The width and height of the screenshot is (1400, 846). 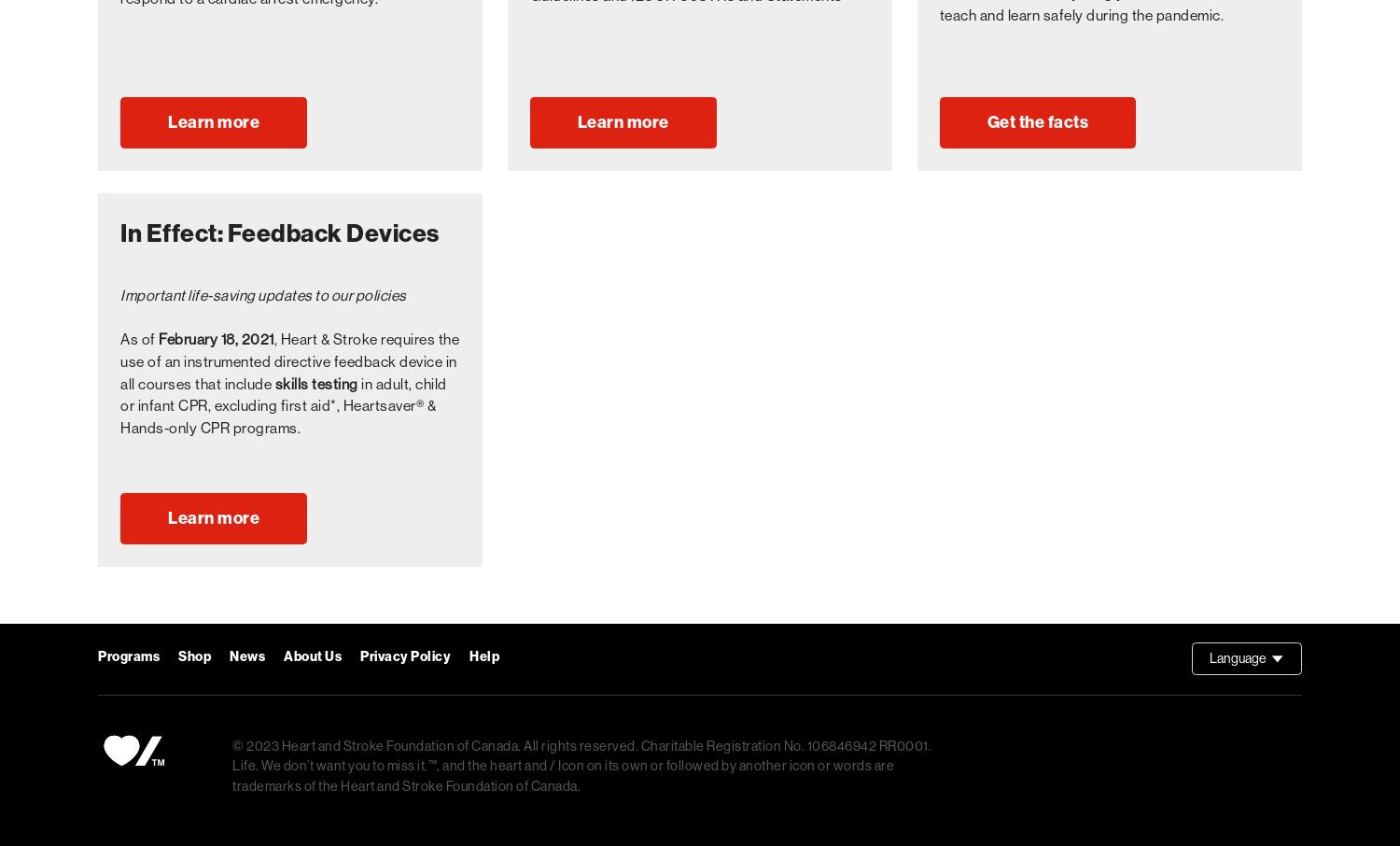 I want to click on 'skills testing', so click(x=315, y=383).